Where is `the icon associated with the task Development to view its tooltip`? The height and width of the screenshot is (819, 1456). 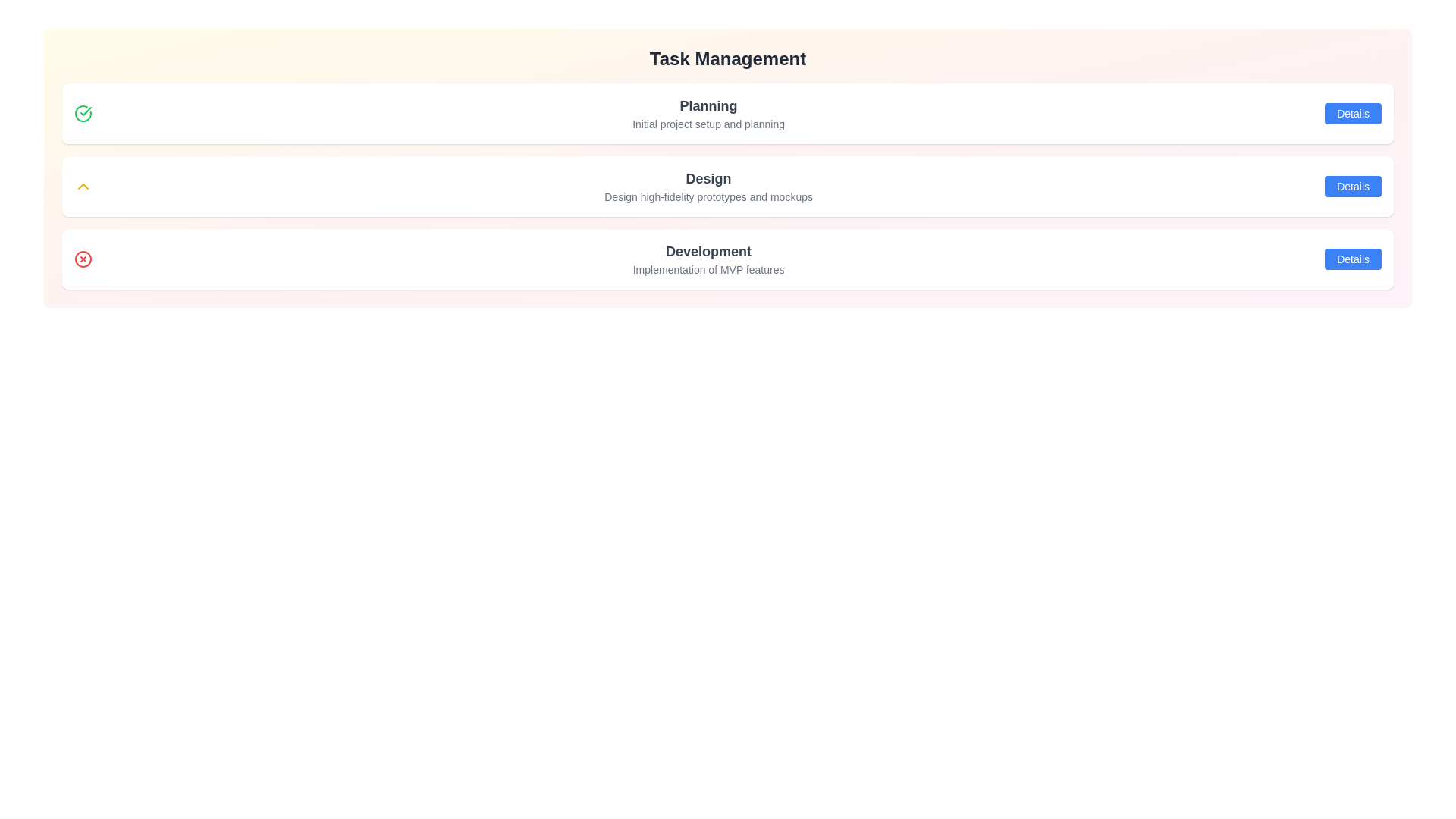 the icon associated with the task Development to view its tooltip is located at coordinates (83, 259).